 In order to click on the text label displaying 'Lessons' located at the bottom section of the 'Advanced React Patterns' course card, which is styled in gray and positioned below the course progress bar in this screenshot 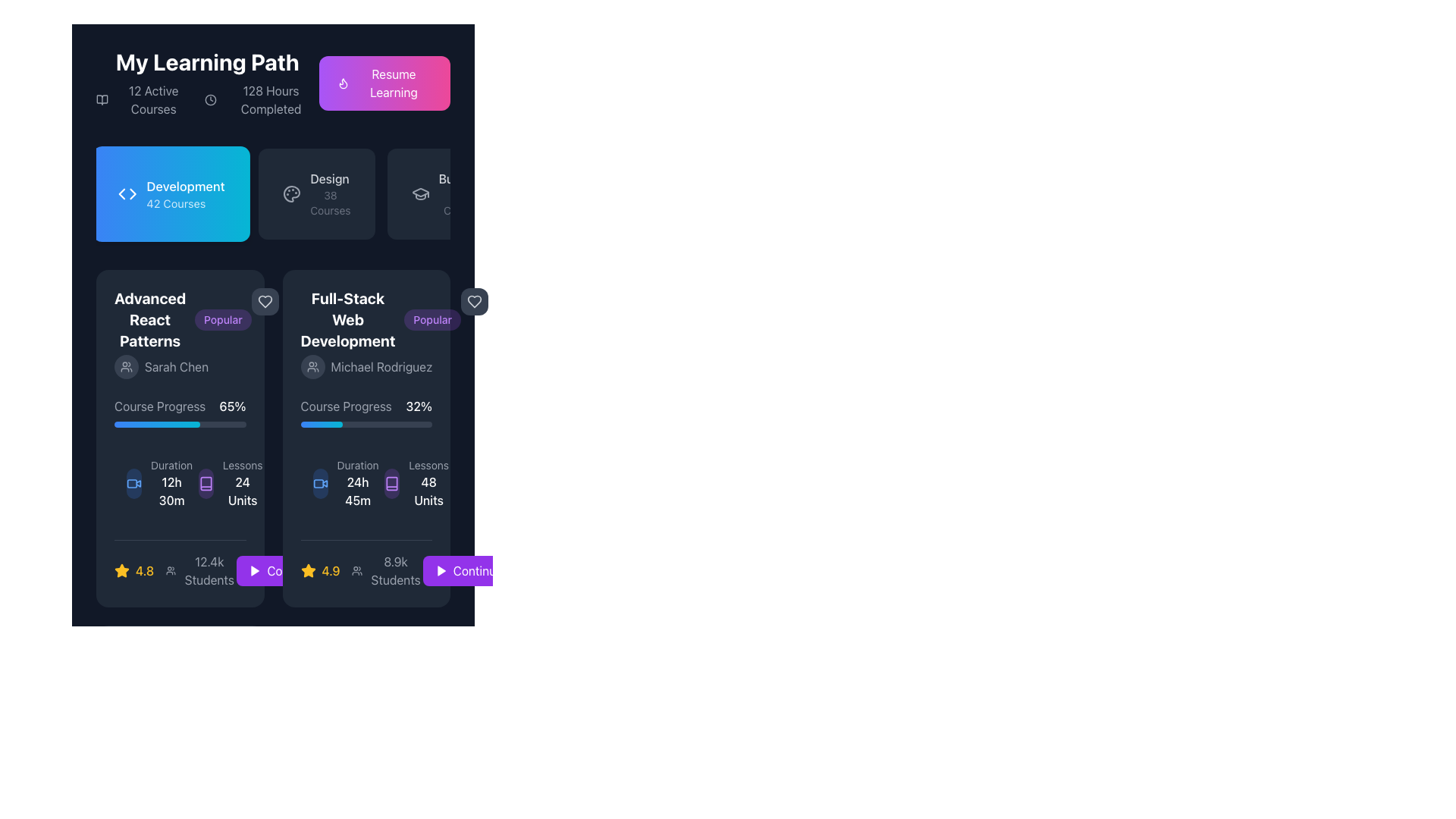, I will do `click(243, 464)`.